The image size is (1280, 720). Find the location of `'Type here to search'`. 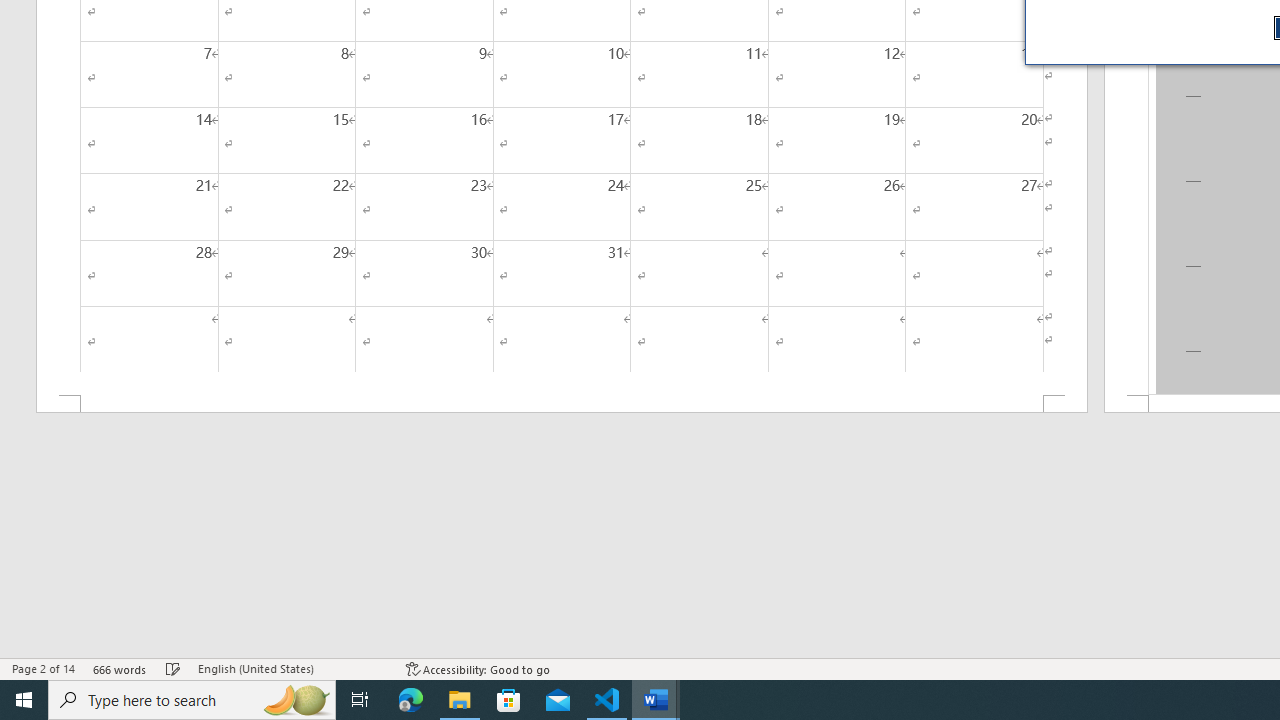

'Type here to search' is located at coordinates (192, 698).